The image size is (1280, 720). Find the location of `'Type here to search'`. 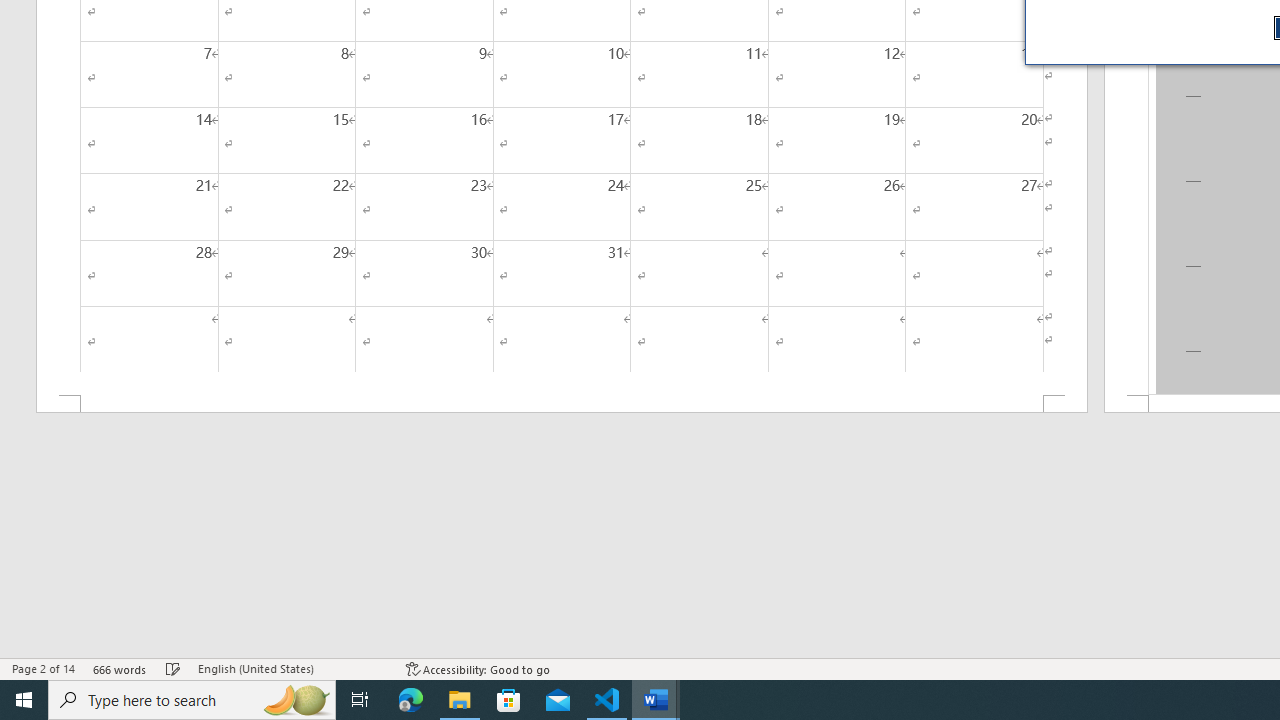

'Type here to search' is located at coordinates (192, 698).